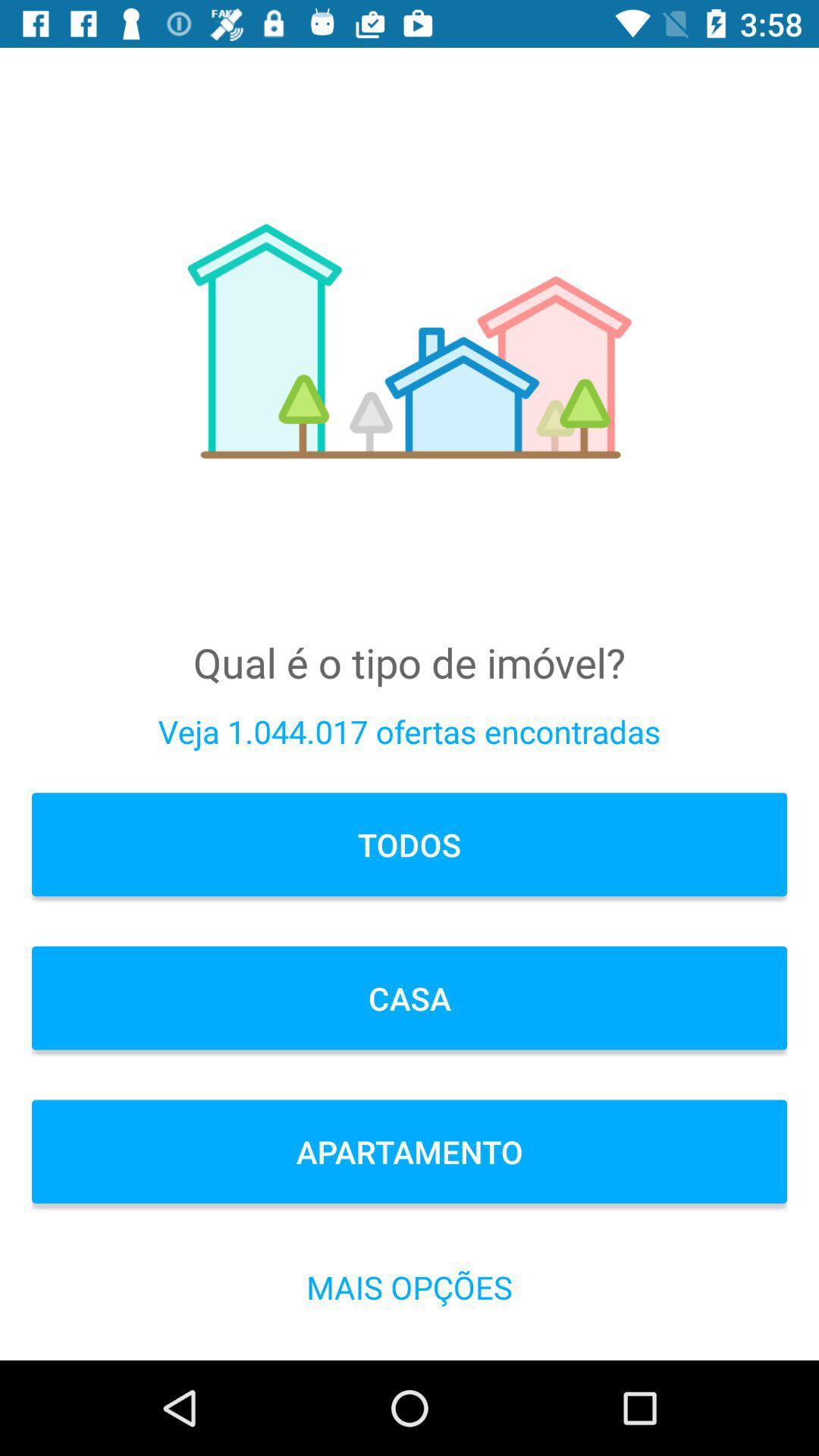 Image resolution: width=819 pixels, height=1456 pixels. I want to click on the item below the casa, so click(409, 1151).